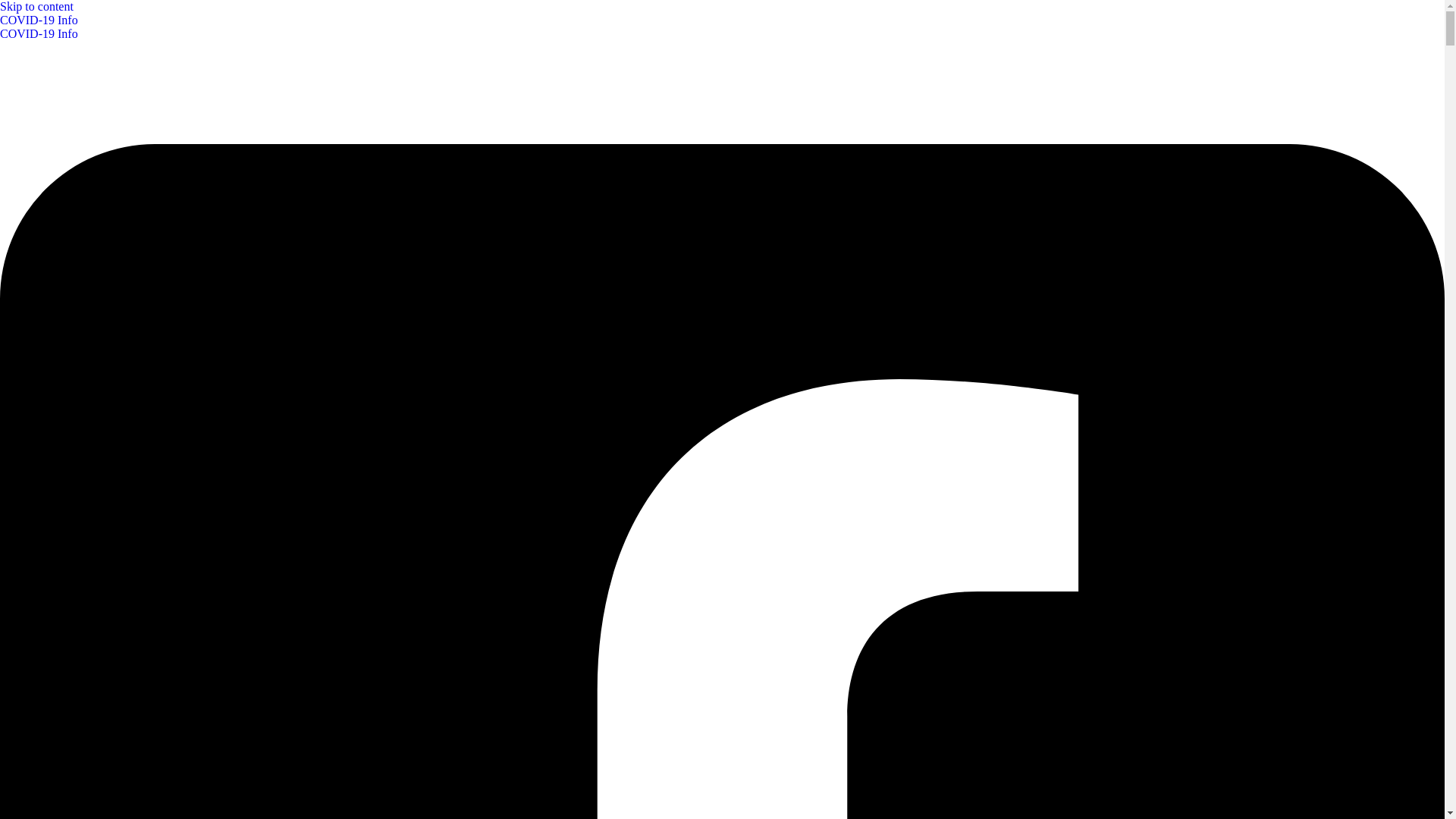  I want to click on 'COVID-19 Info', so click(39, 33).